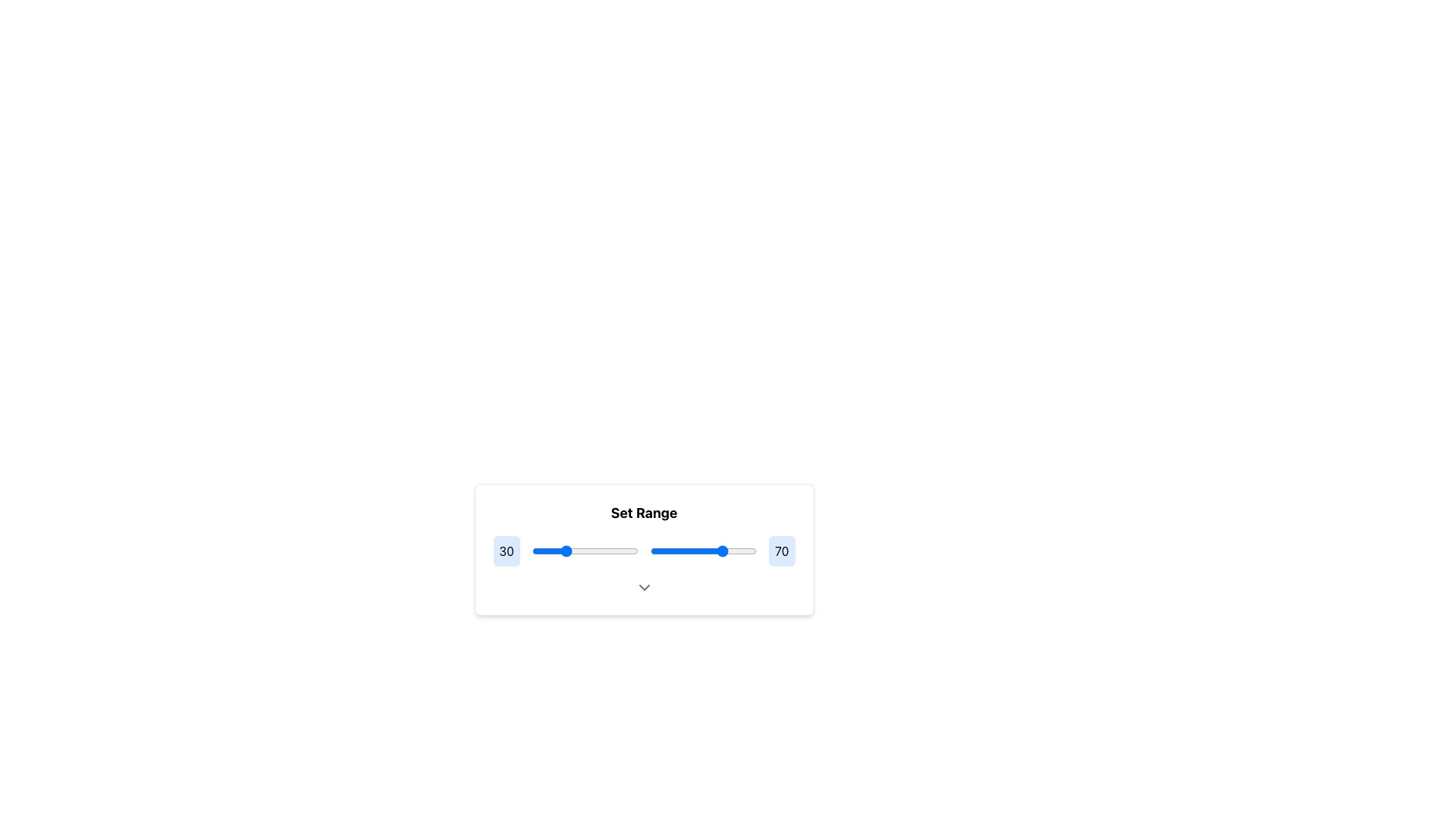 Image resolution: width=1456 pixels, height=819 pixels. Describe the element at coordinates (703, 551) in the screenshot. I see `the second range slider to fine-adjust the value between 0 and 100` at that location.